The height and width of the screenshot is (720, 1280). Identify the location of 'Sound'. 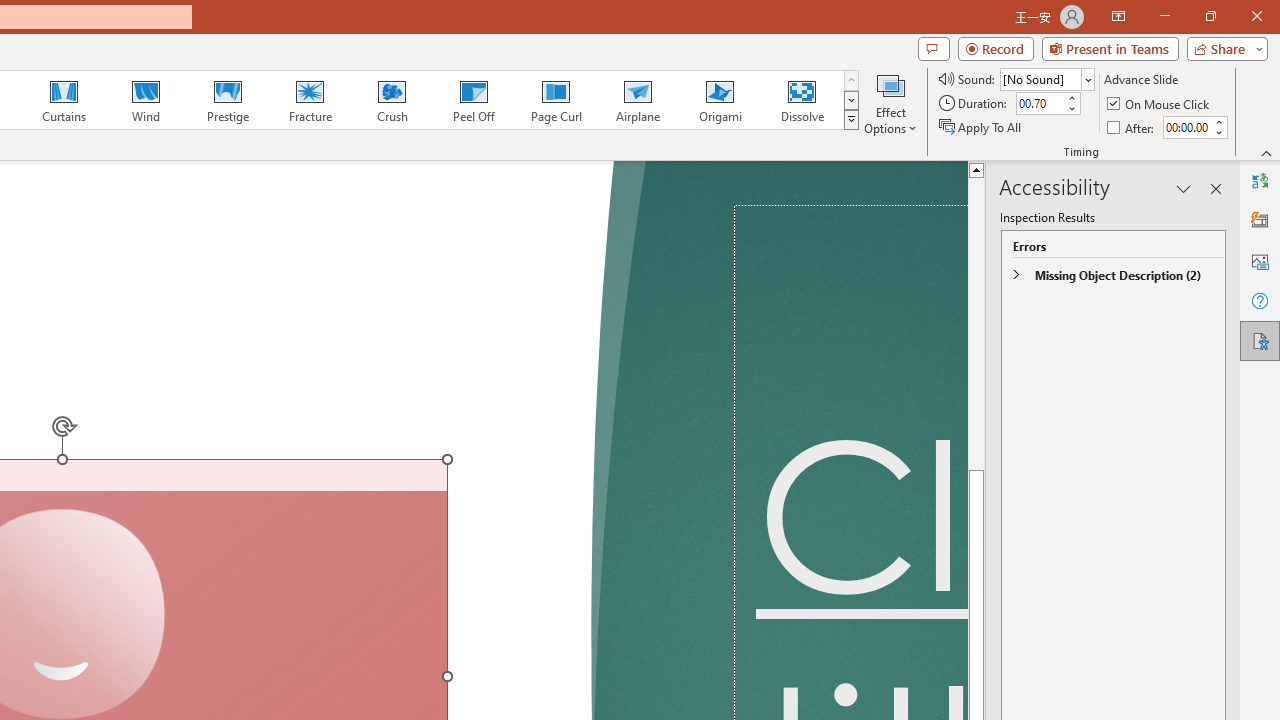
(1046, 78).